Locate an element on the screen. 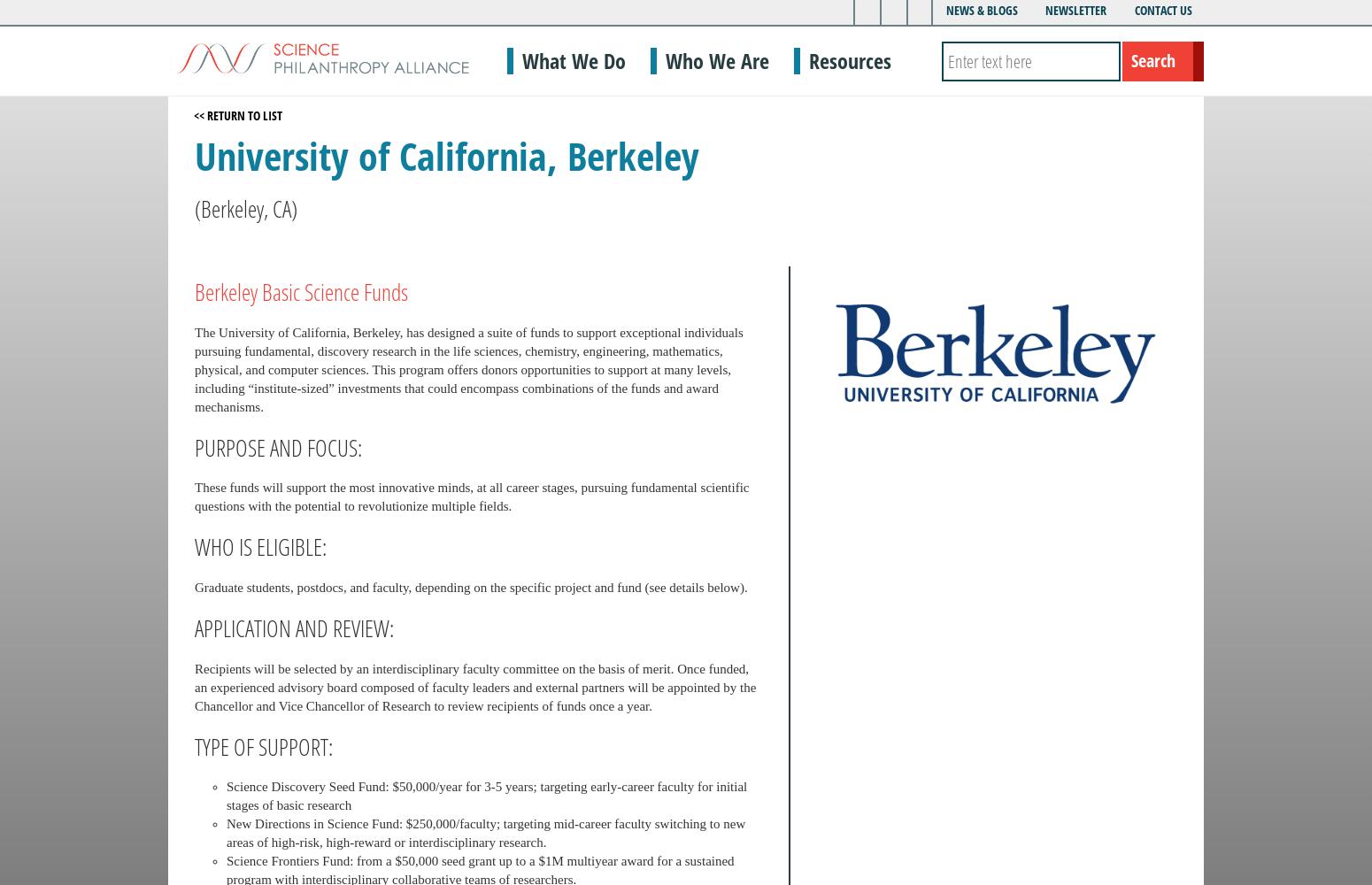 This screenshot has width=1372, height=885. 'Who We Are' is located at coordinates (716, 59).